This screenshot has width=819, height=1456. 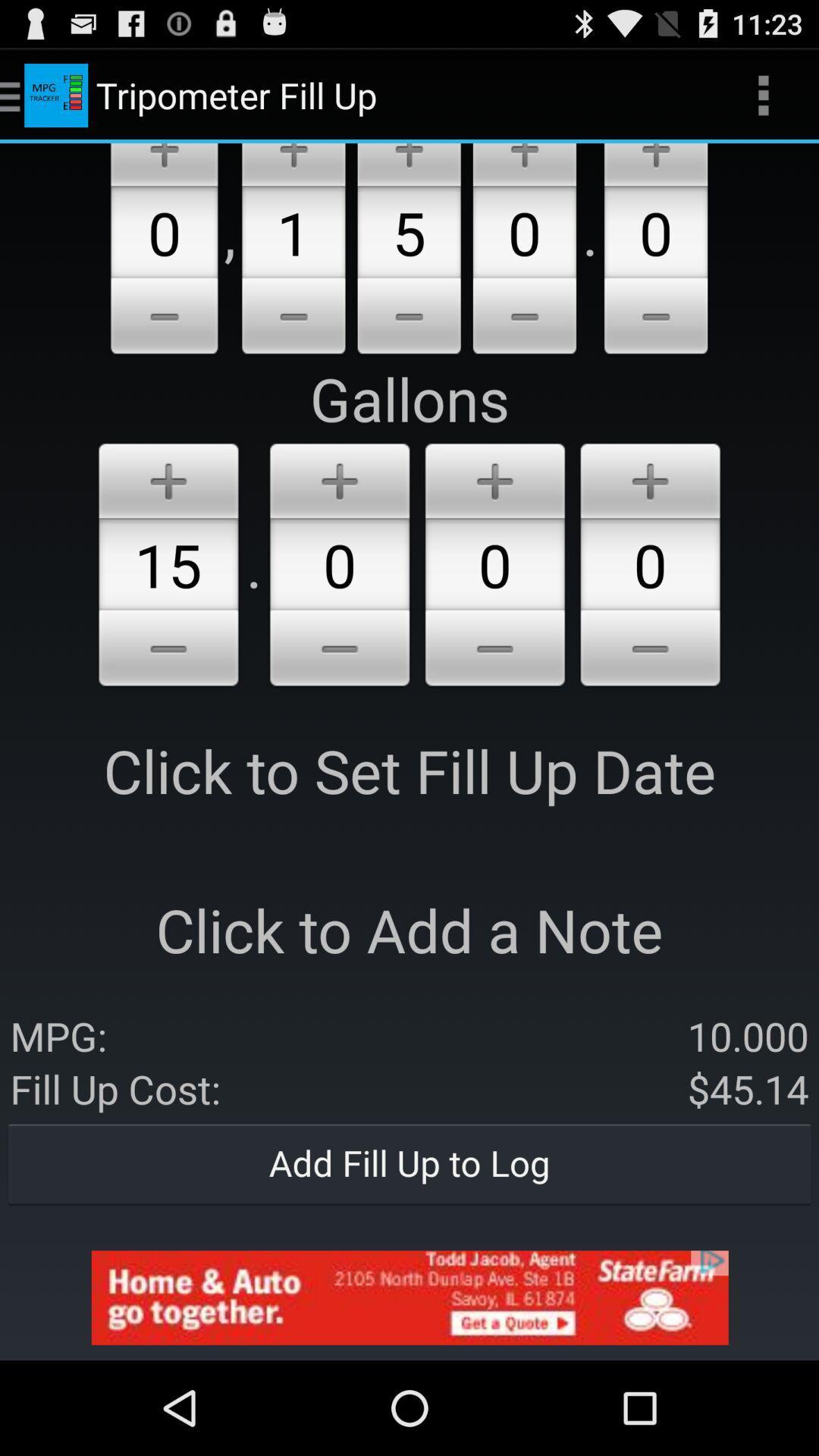 What do you see at coordinates (649, 477) in the screenshot?
I see `increase the number` at bounding box center [649, 477].